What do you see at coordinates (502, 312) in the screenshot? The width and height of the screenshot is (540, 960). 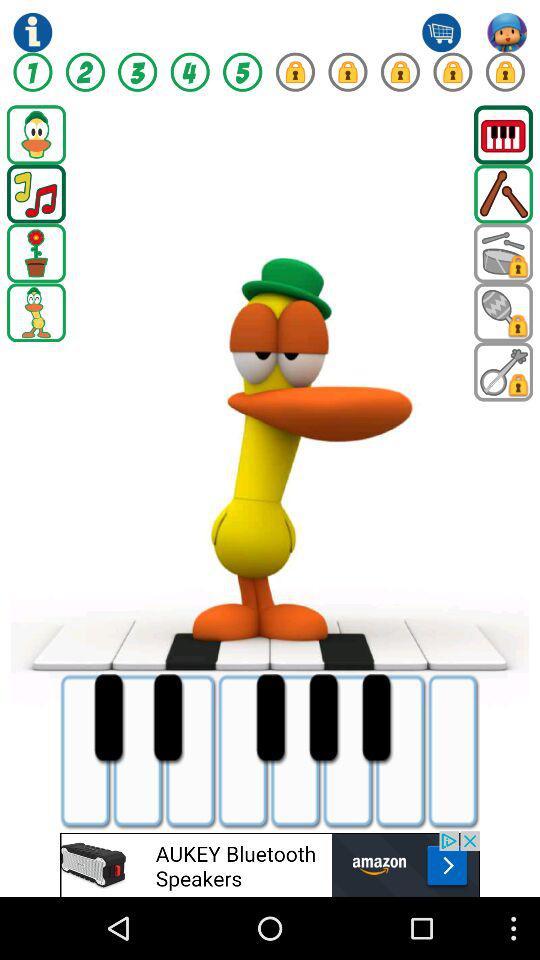 I see `option` at bounding box center [502, 312].